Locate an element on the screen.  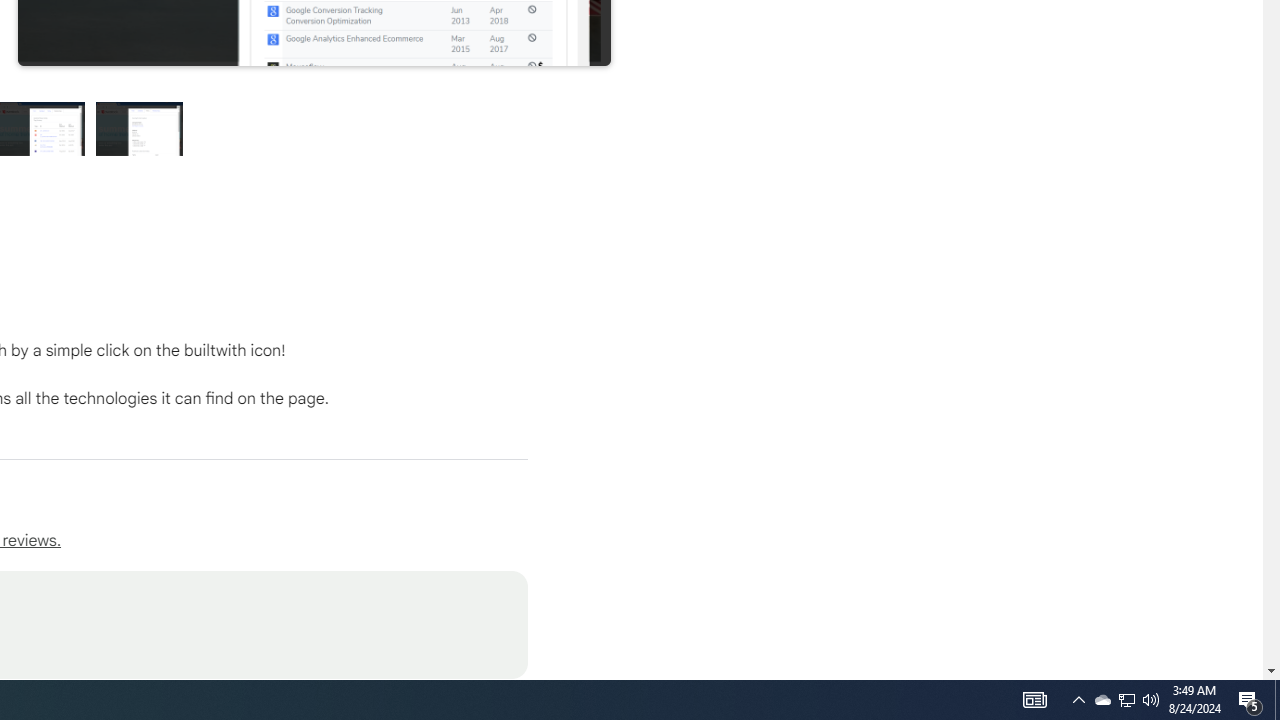
'Preview slide 4' is located at coordinates (139, 128).